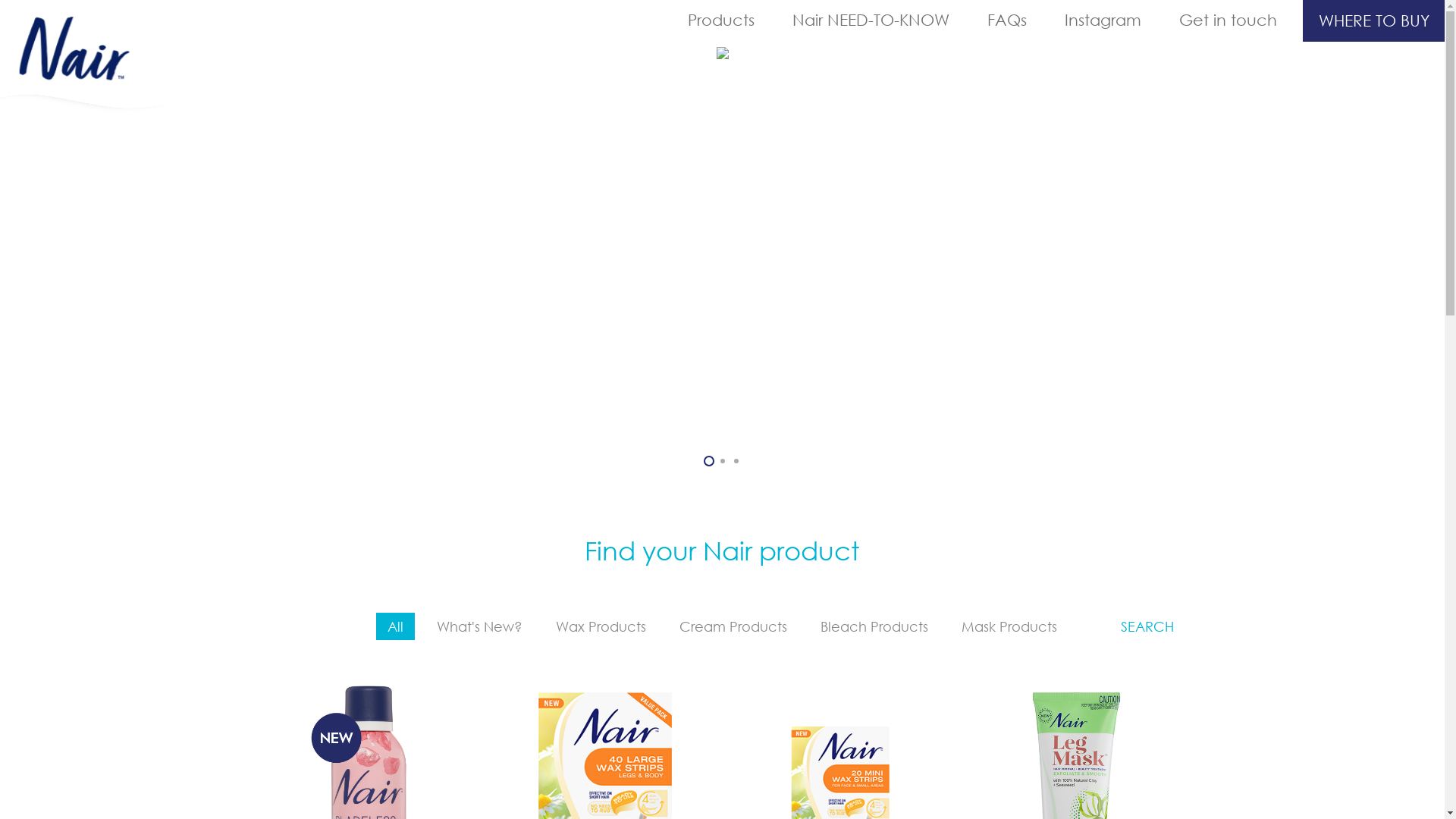  Describe the element at coordinates (1009, 626) in the screenshot. I see `'Mask Products'` at that location.